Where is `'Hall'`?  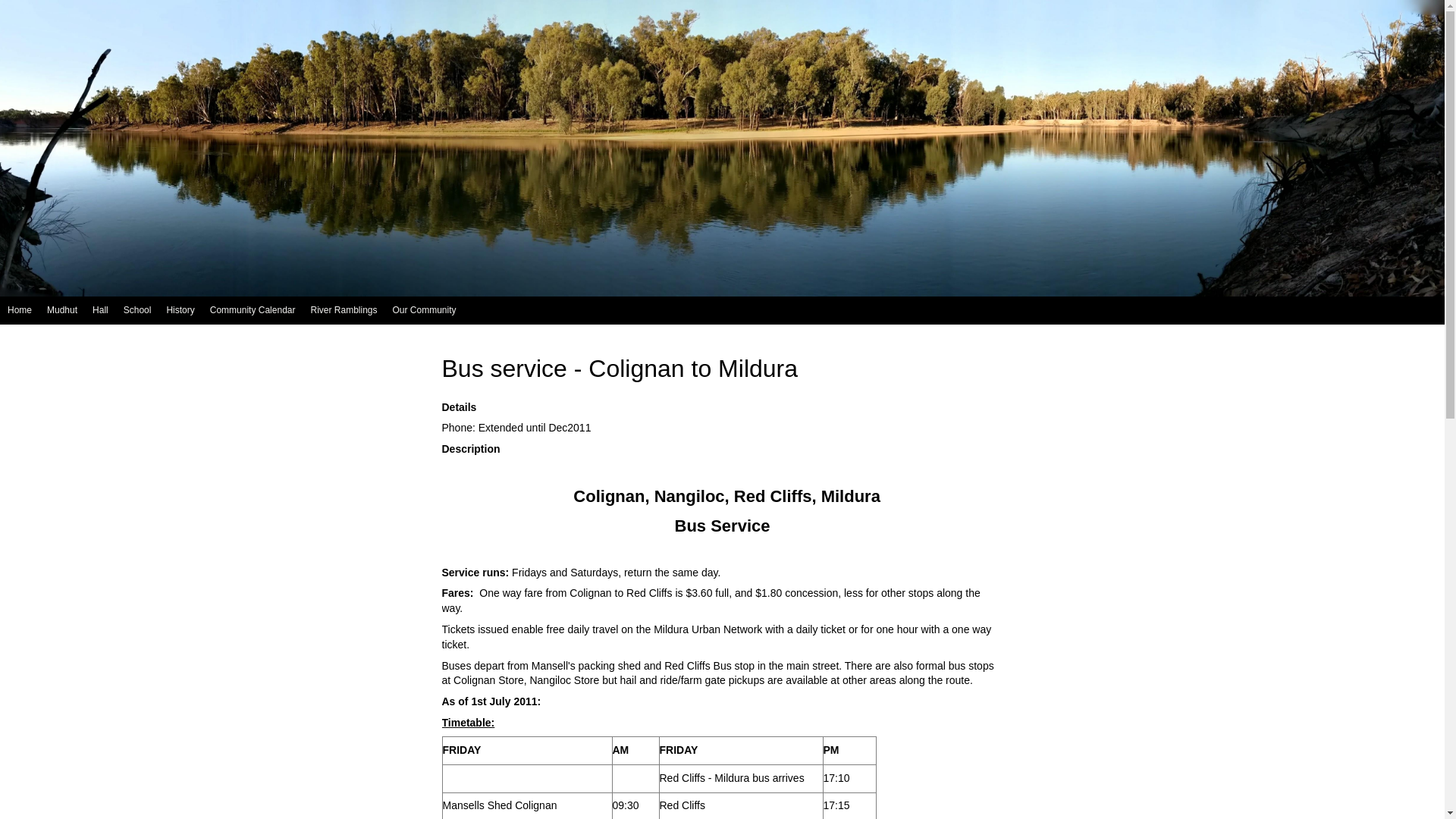
'Hall' is located at coordinates (99, 309).